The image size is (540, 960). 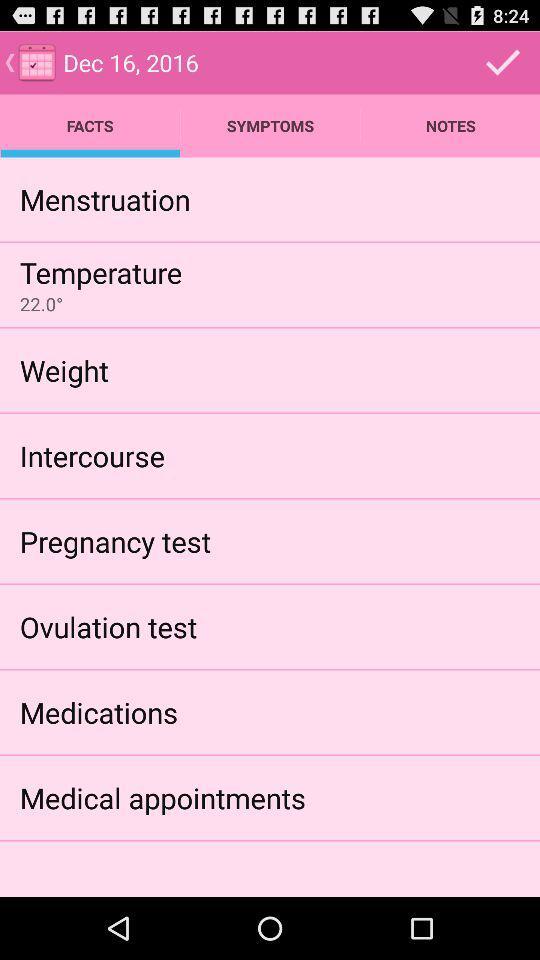 What do you see at coordinates (41, 304) in the screenshot?
I see `the icon above the weight app` at bounding box center [41, 304].